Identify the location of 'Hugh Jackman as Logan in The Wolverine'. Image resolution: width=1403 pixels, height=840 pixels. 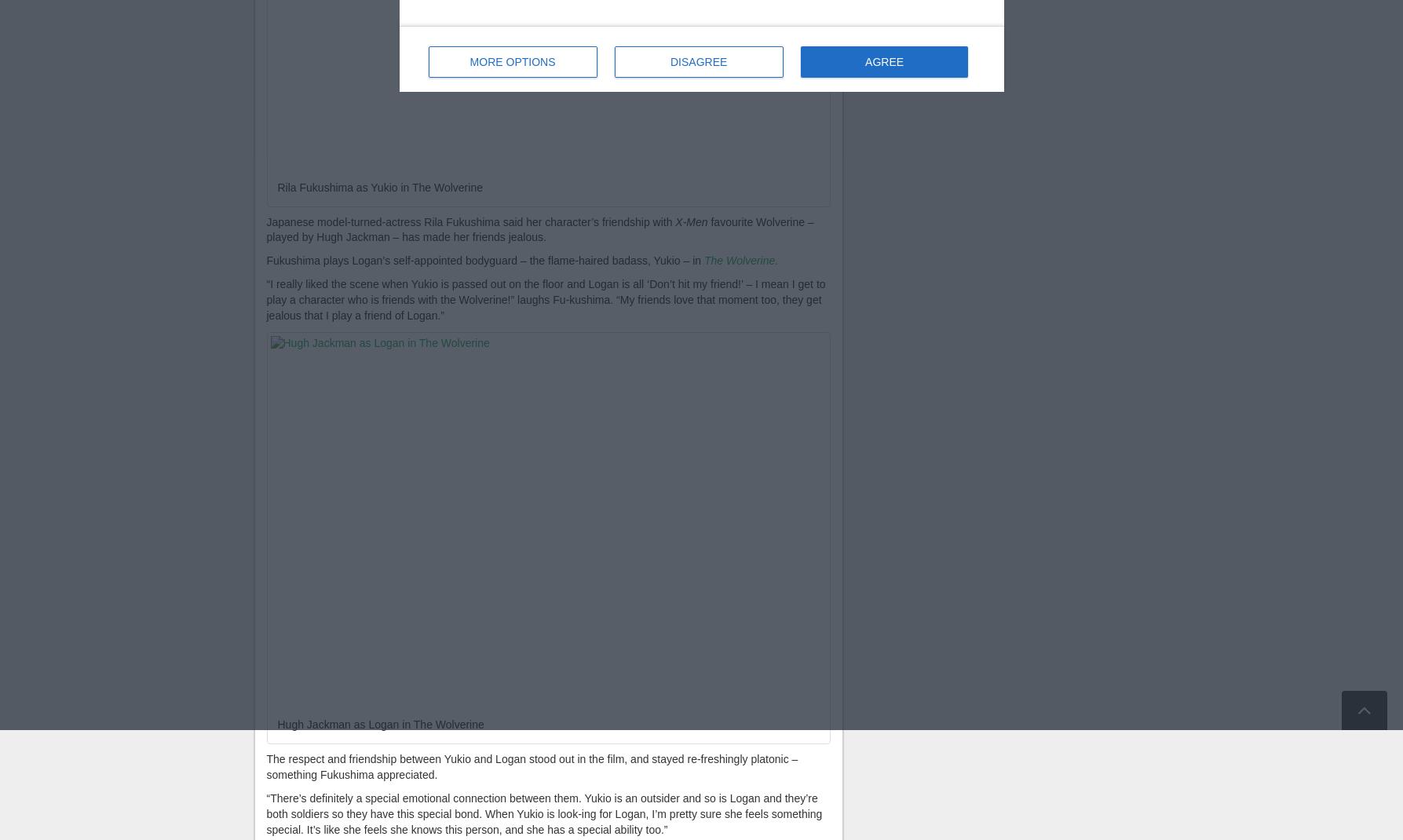
(380, 723).